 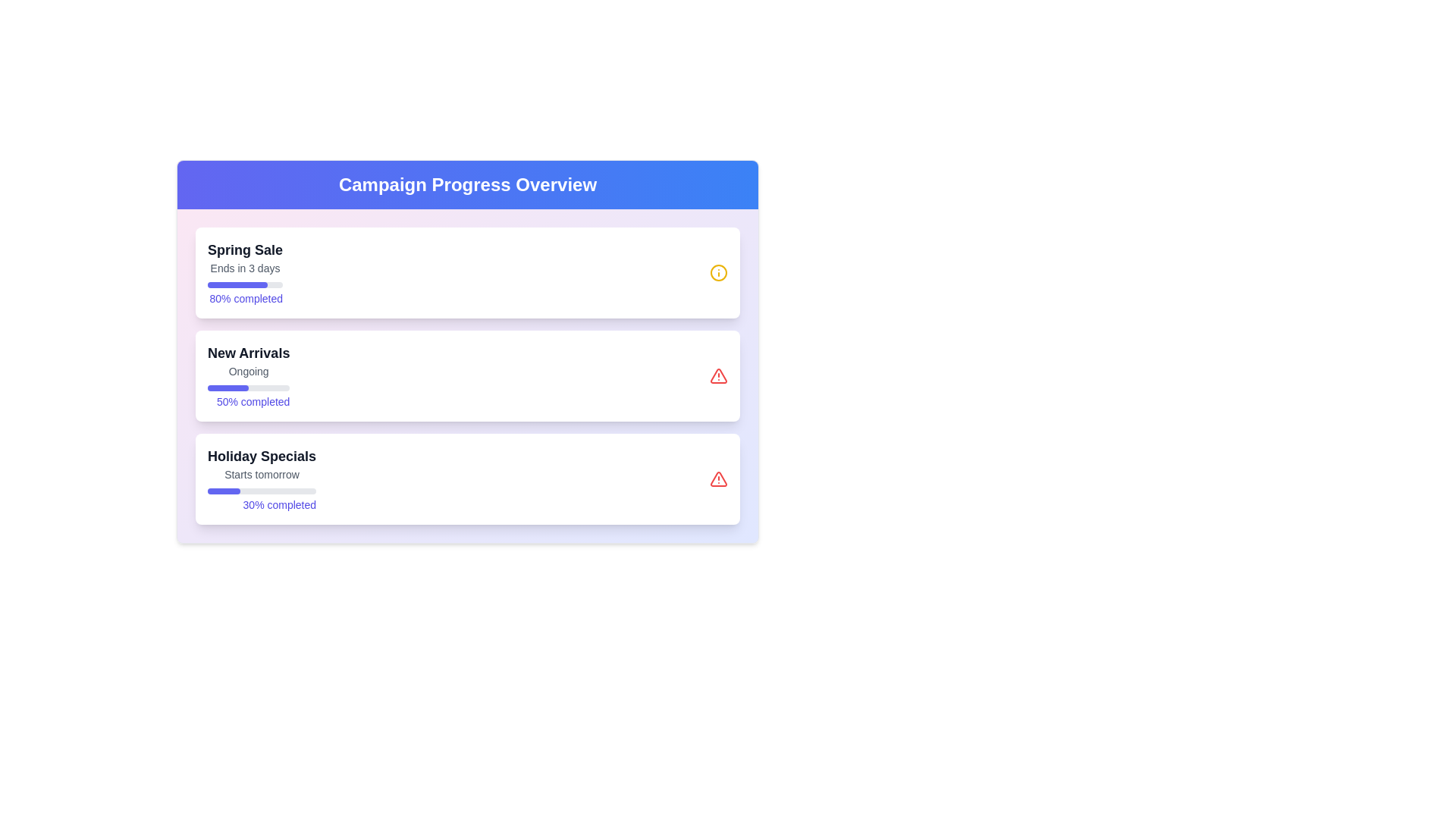 What do you see at coordinates (245, 268) in the screenshot?
I see `text from the text label that displays 'Ends in 3 days', which is styled in small gray text and positioned above the progress bar following the title 'Spring Sale'` at bounding box center [245, 268].